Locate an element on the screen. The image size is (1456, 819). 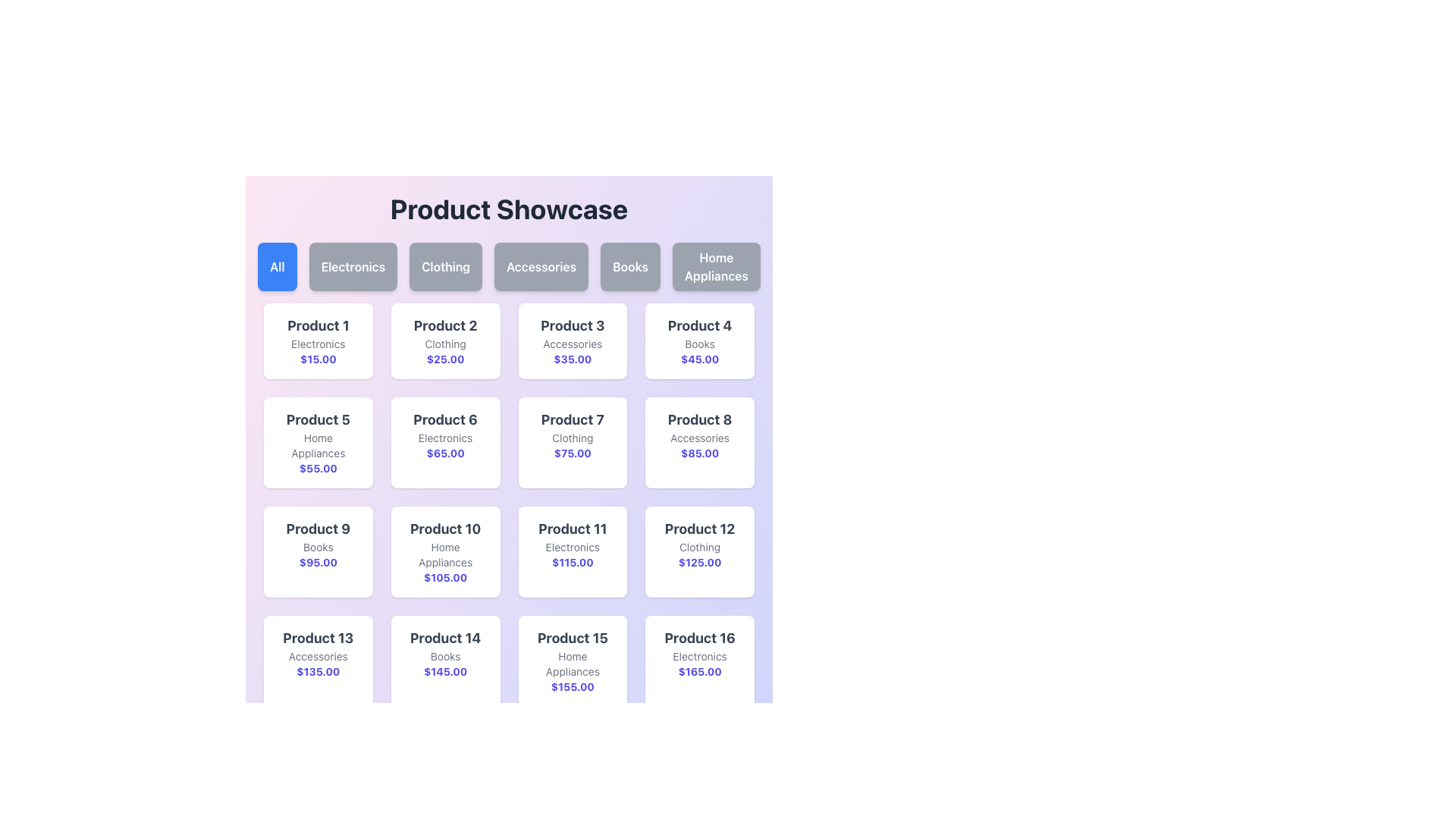
the text label displaying 'Books', which is the second line in the card titled 'Product 9' located in the third row and first column of the grid layout is located at coordinates (317, 547).